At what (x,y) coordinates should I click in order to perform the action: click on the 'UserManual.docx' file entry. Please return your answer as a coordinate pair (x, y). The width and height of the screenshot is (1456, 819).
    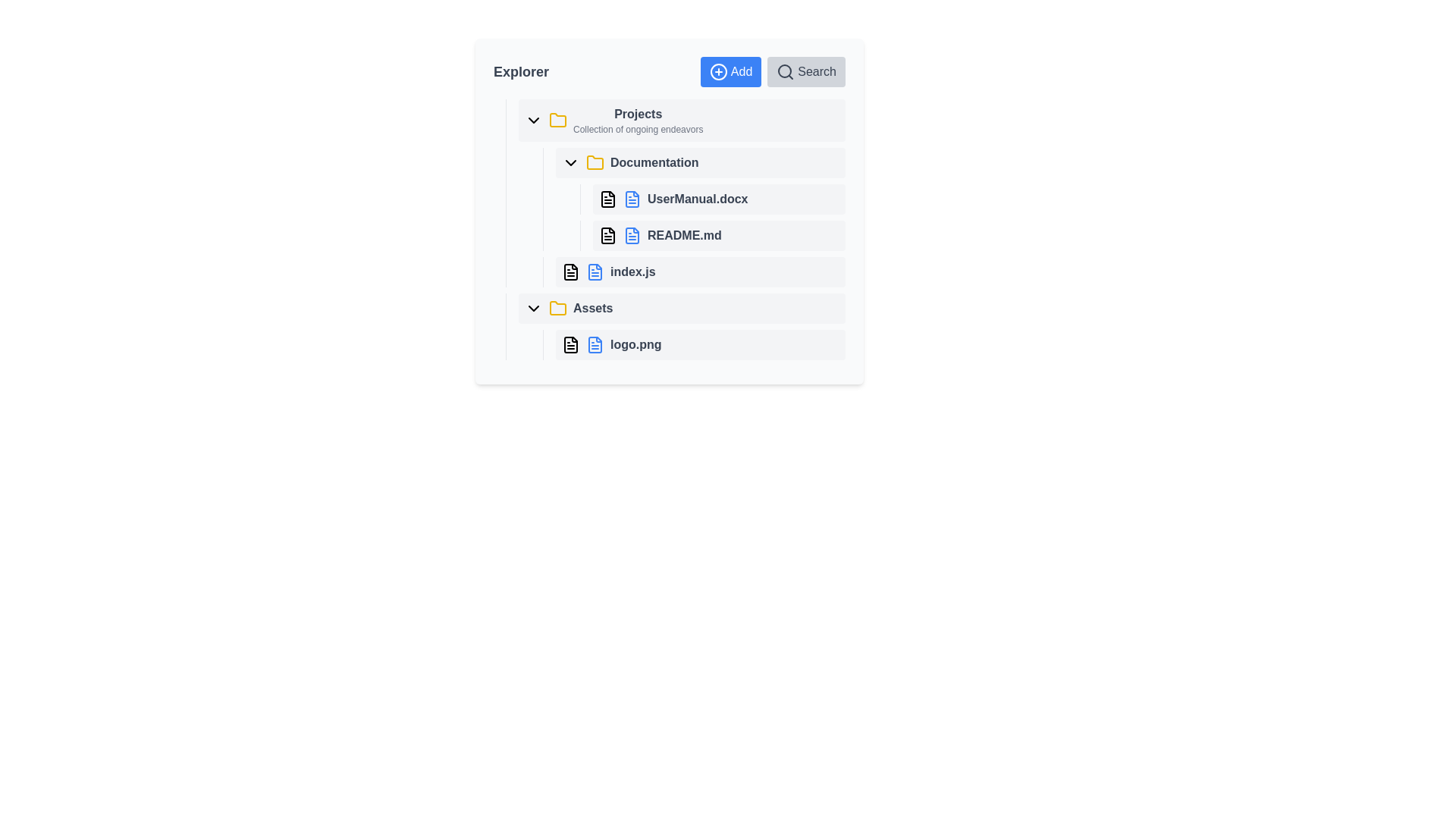
    Looking at the image, I should click on (675, 192).